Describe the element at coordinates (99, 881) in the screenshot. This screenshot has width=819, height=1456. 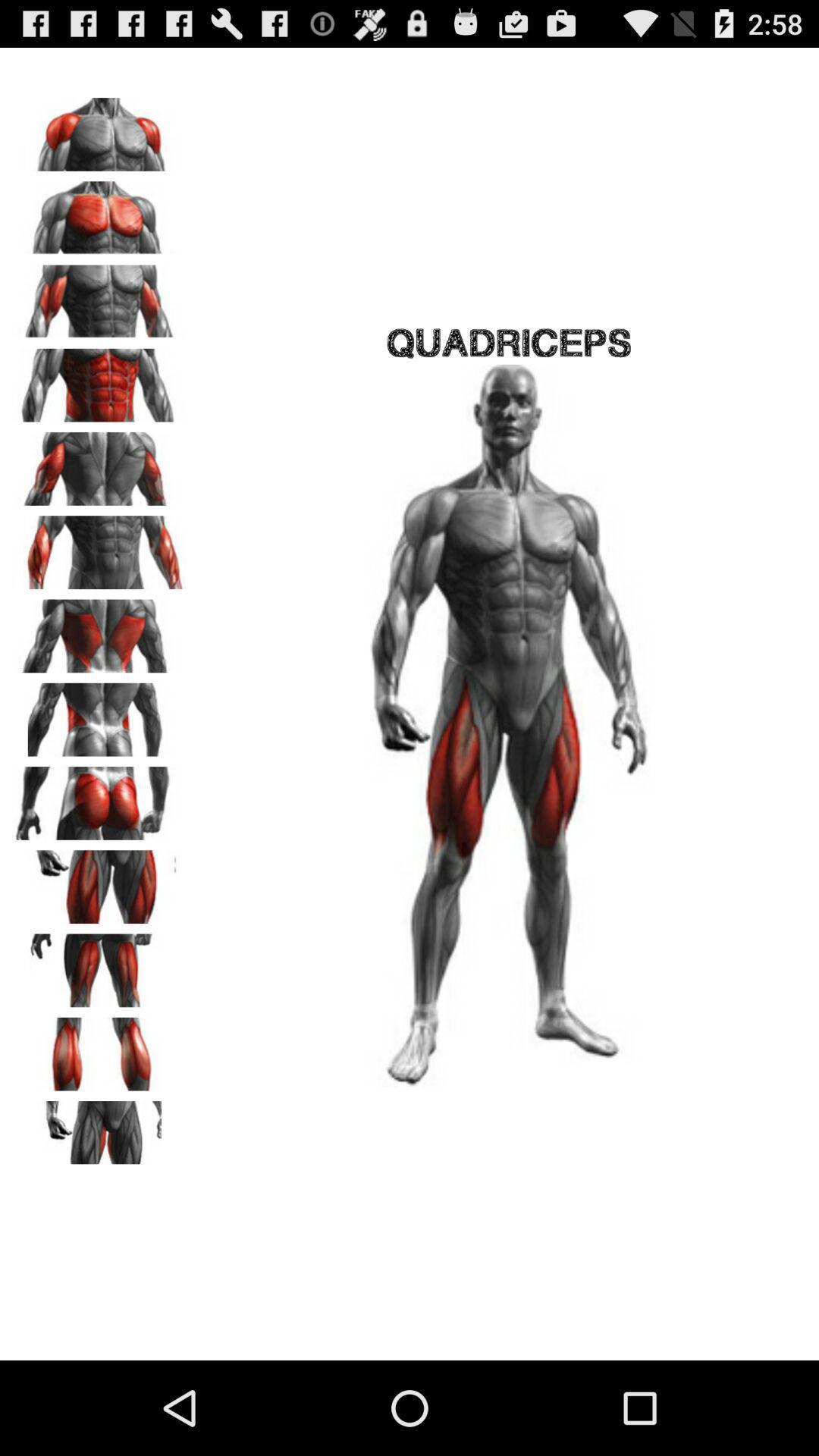
I see `find exercises for quadriceps` at that location.